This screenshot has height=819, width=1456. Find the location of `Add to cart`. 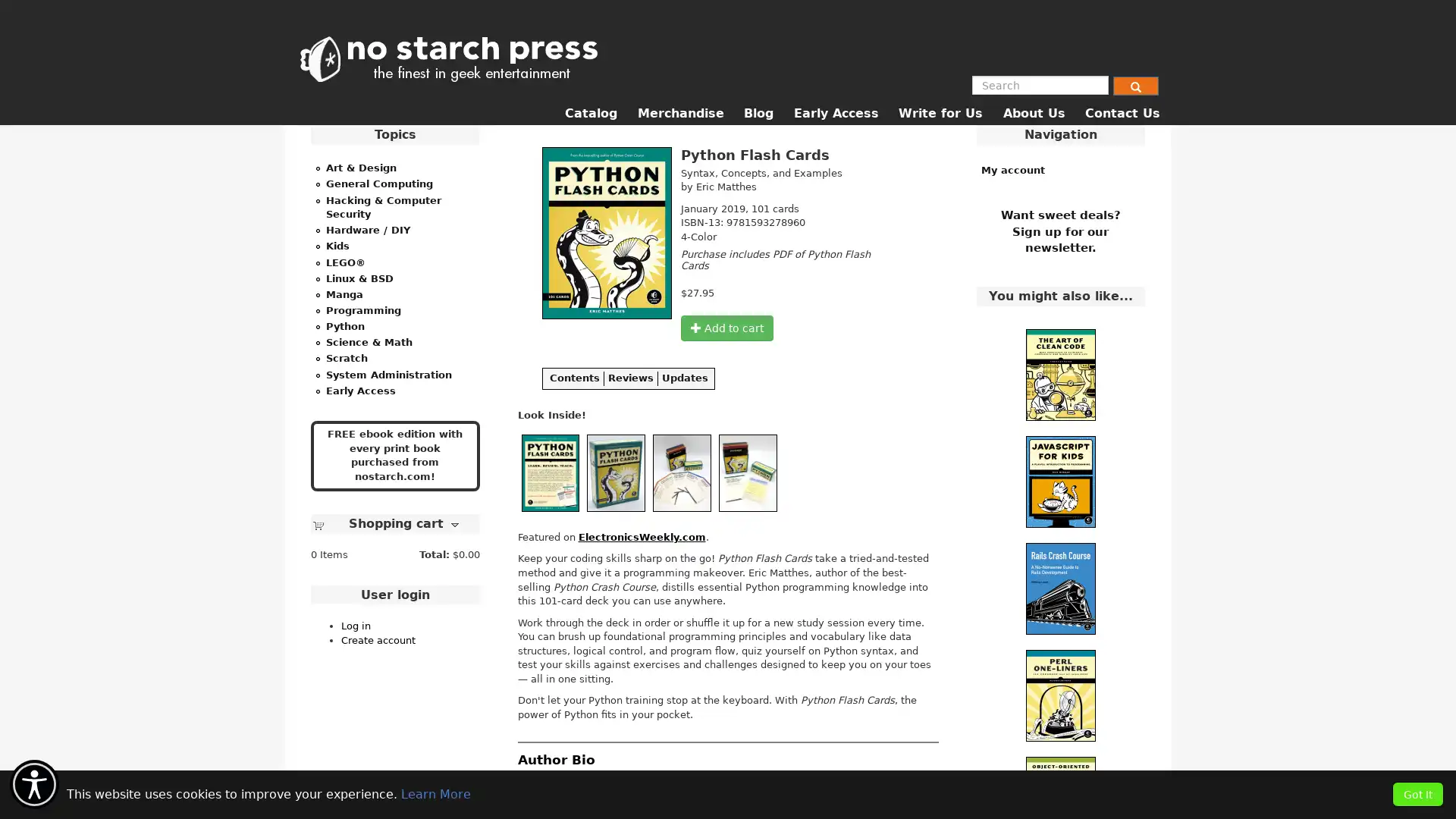

Add to cart is located at coordinates (726, 327).